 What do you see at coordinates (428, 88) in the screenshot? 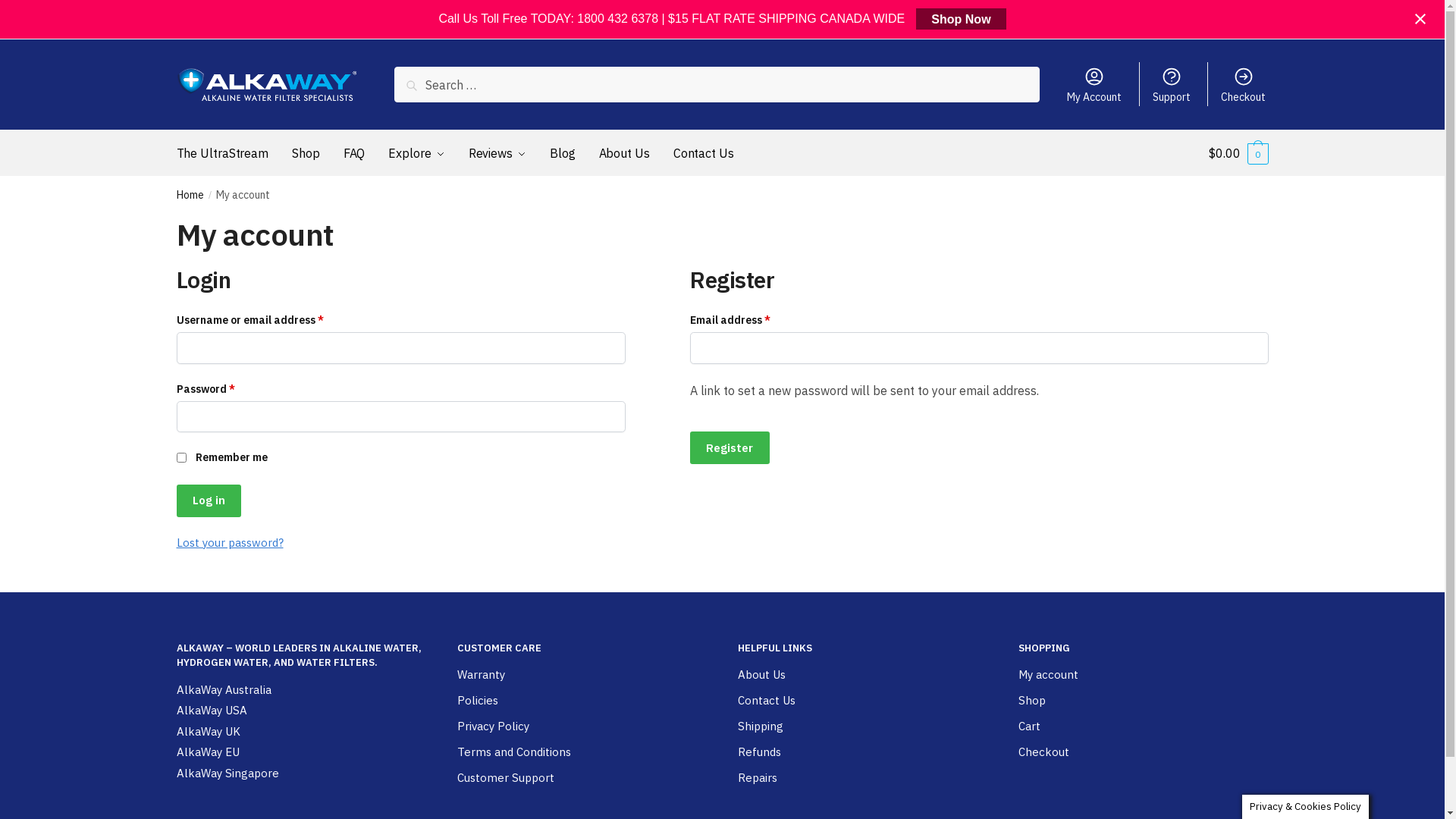
I see `'Search'` at bounding box center [428, 88].